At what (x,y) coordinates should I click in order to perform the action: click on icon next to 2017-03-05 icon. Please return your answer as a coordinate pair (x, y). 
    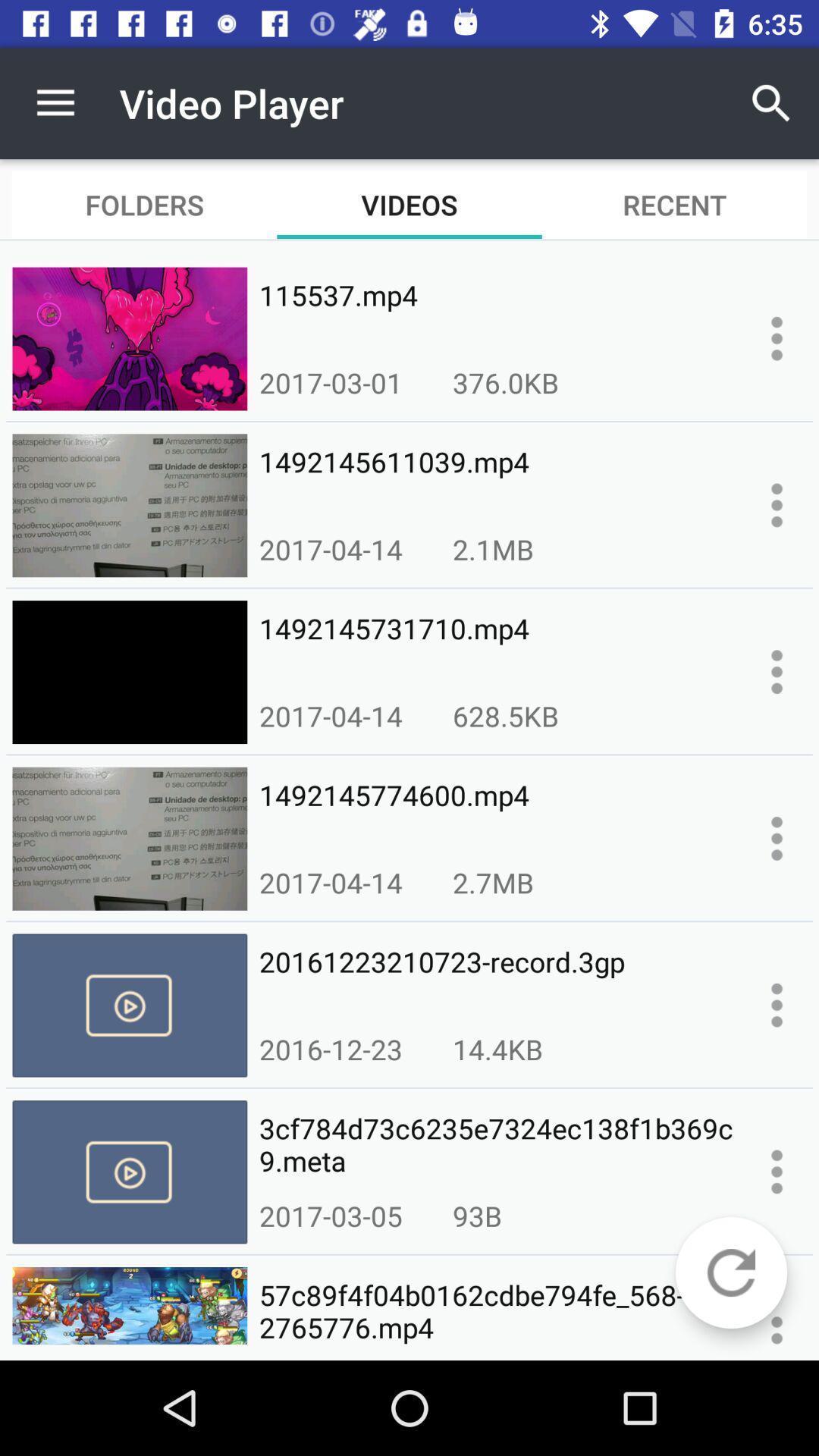
    Looking at the image, I should click on (476, 1216).